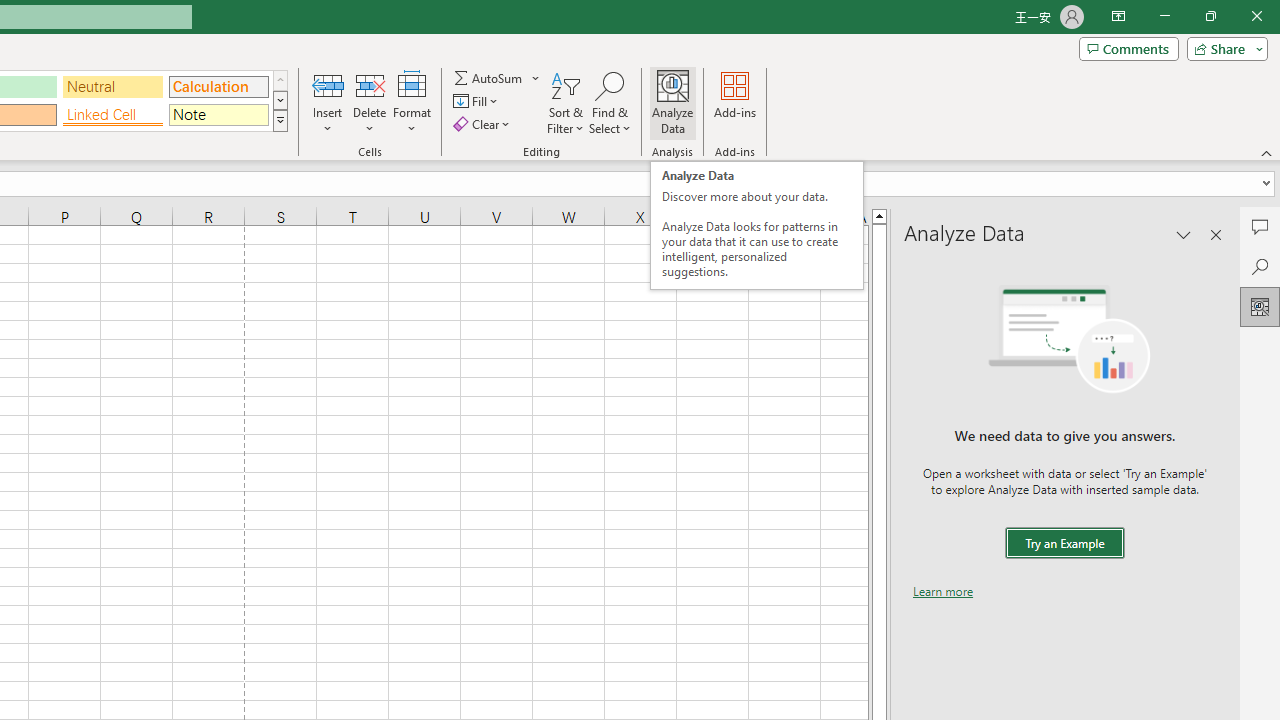  Describe the element at coordinates (1164, 16) in the screenshot. I see `'Minimize'` at that location.